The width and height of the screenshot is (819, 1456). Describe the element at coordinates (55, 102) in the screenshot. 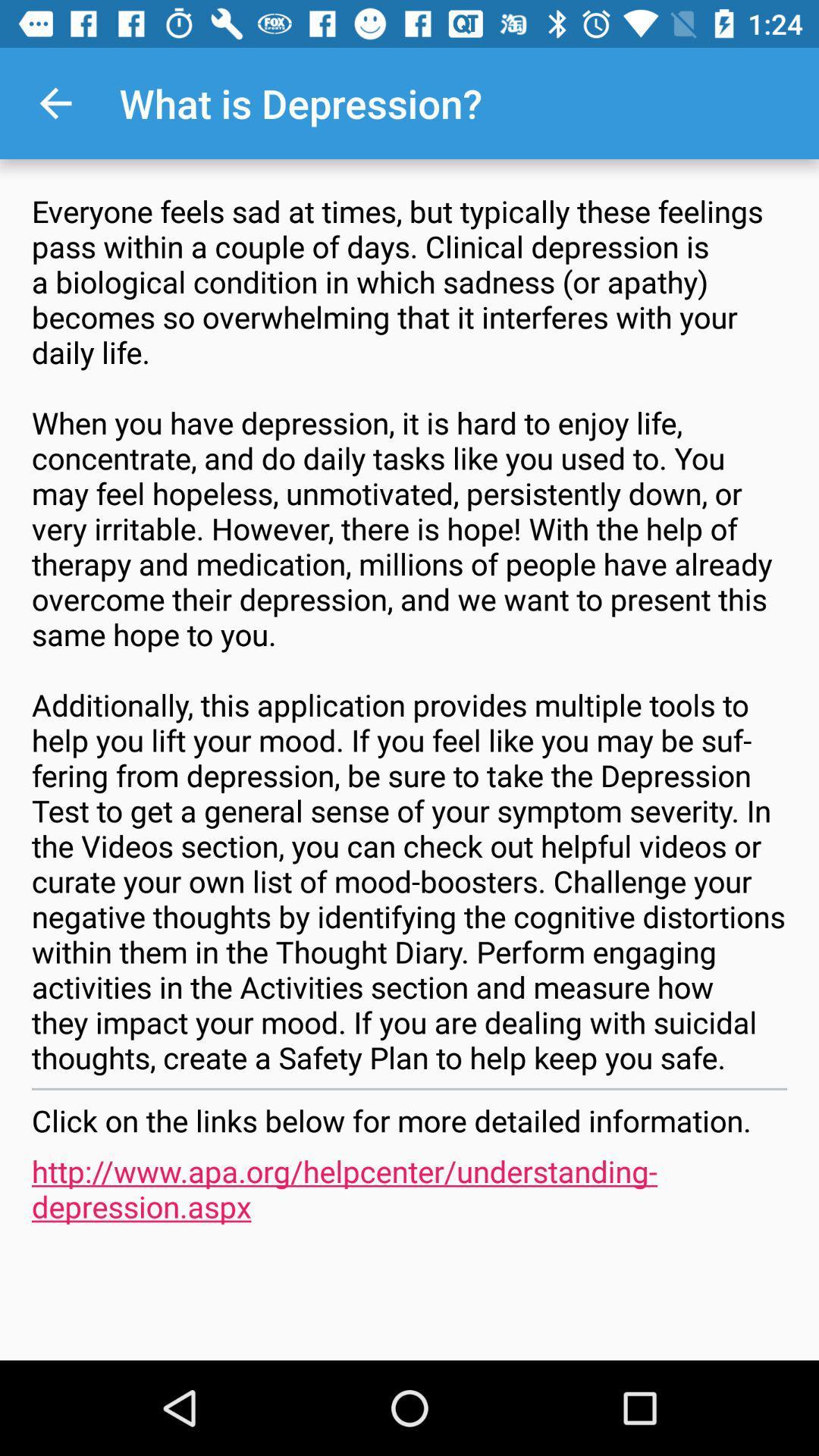

I see `the item to the left of what is depression?  app` at that location.